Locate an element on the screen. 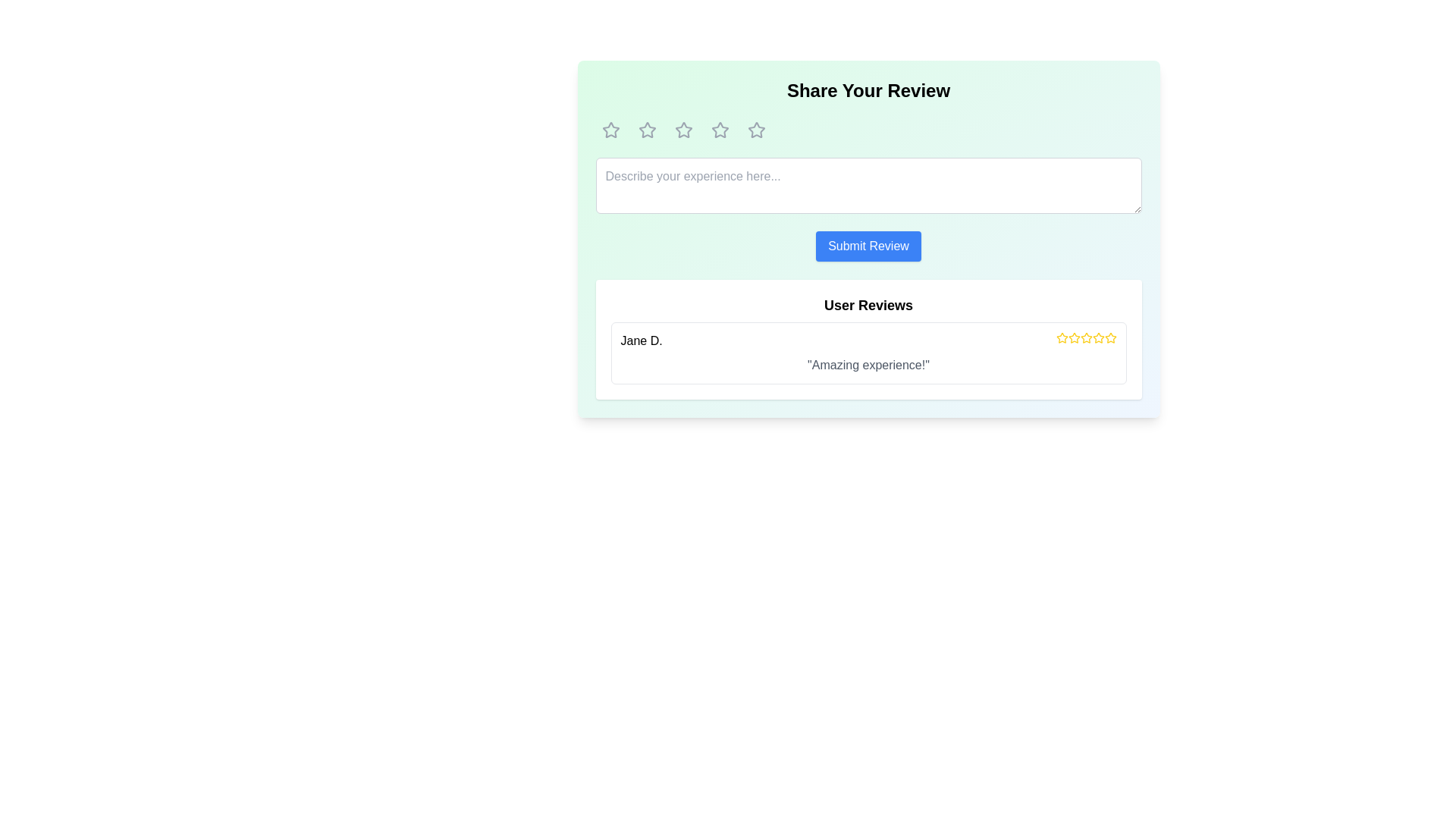 This screenshot has height=819, width=1456. the fifth star icon in the horizontal sequence of rating stars located at the lower right of the 'User Reviews' section is located at coordinates (1110, 337).